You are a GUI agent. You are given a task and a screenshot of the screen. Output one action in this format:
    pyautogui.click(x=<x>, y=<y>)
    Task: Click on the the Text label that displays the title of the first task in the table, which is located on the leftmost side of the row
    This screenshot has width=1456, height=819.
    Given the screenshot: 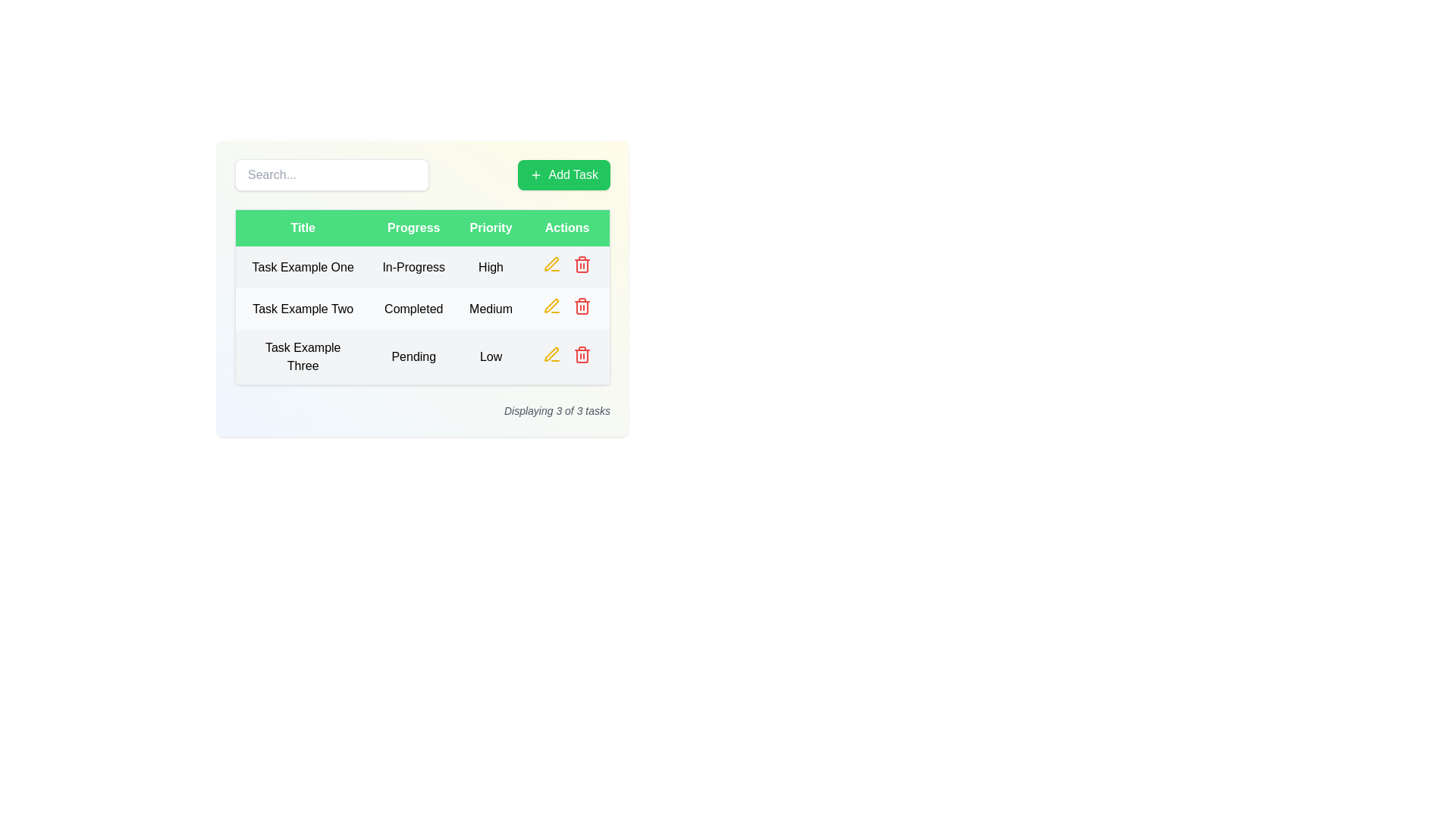 What is the action you would take?
    pyautogui.click(x=303, y=266)
    